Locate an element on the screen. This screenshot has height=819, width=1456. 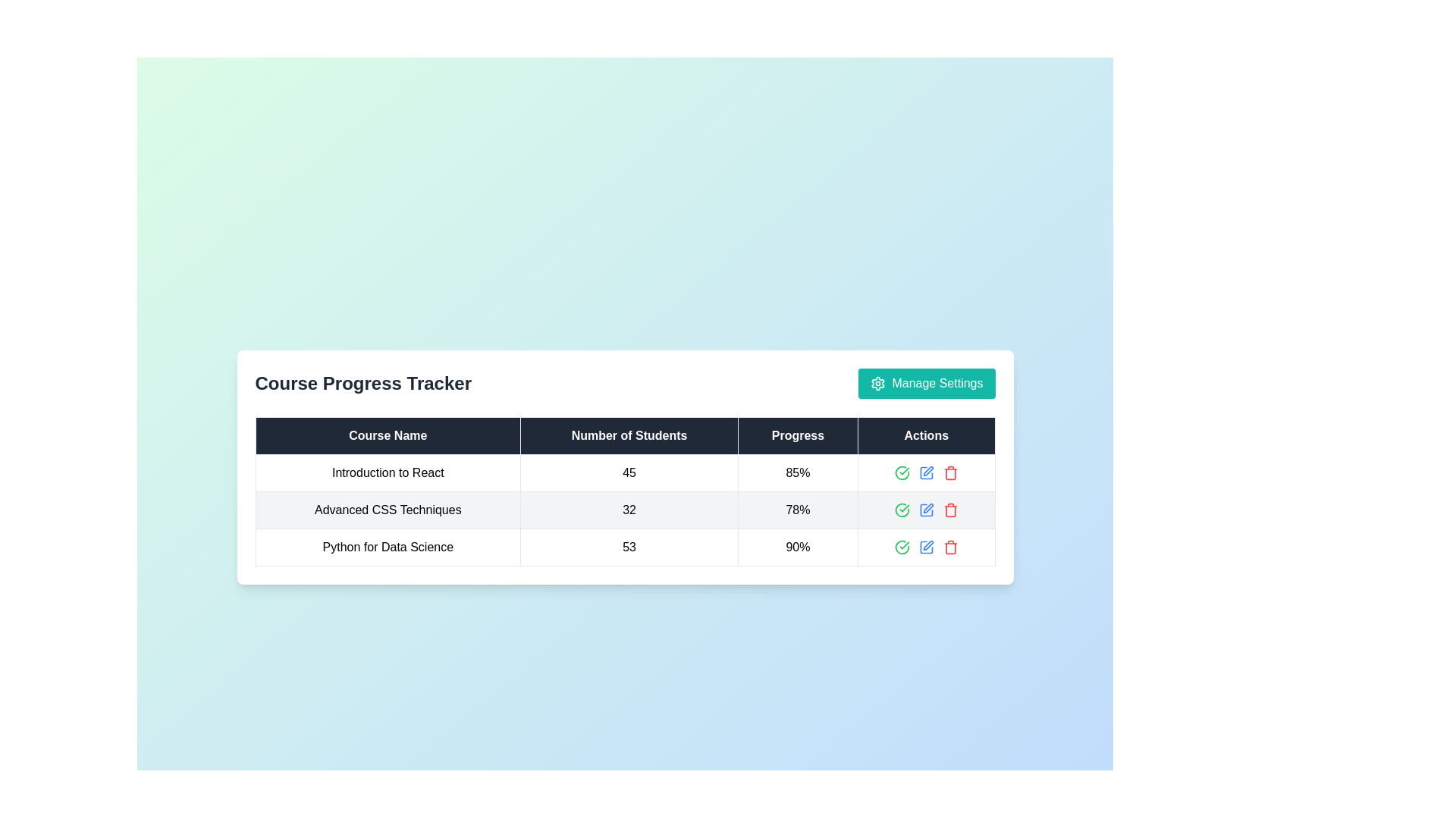
the gear-shaped icon with a teal background and white outline located to the left of the 'Manage Settings' text for accessibility interactions is located at coordinates (878, 382).